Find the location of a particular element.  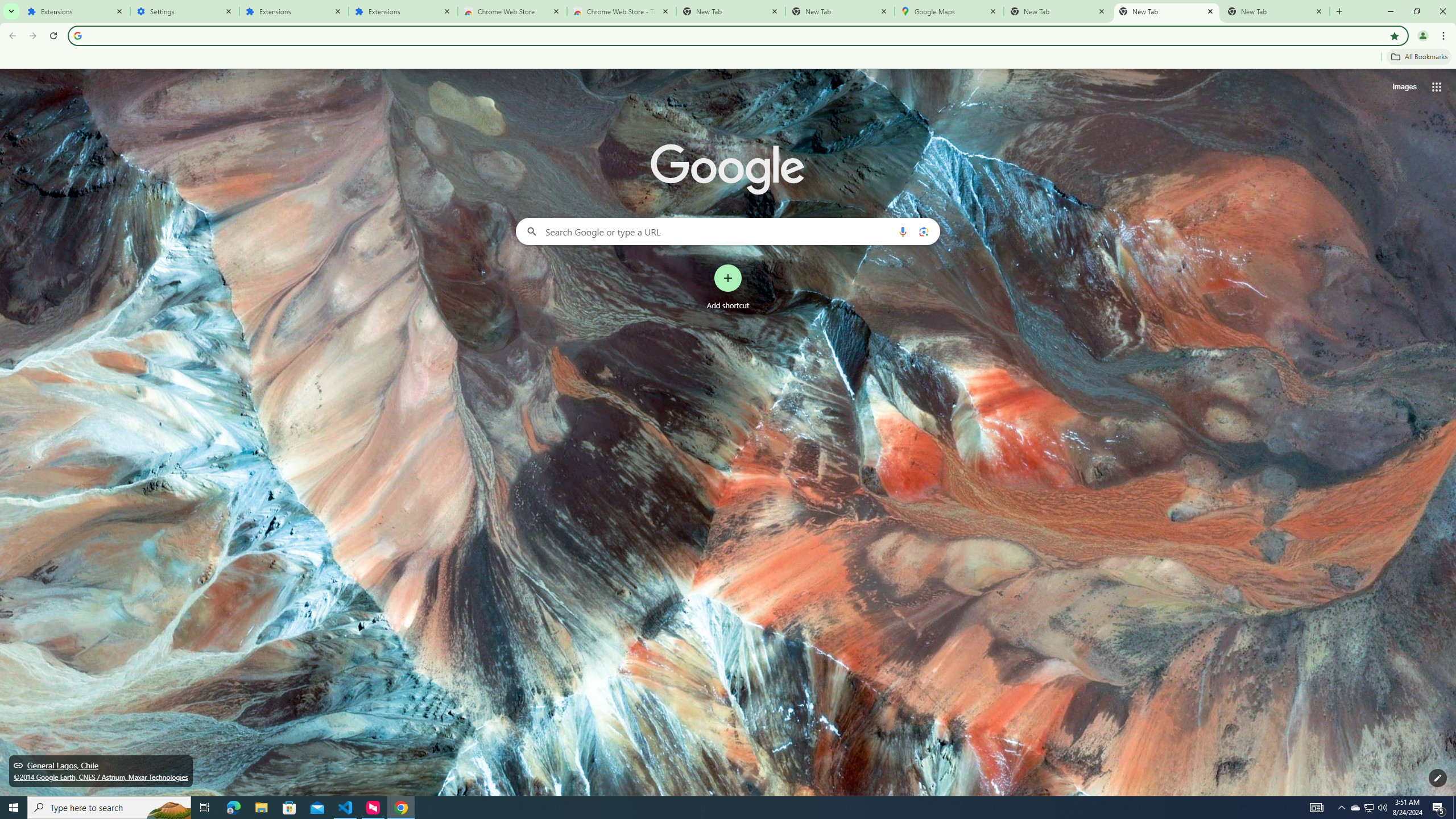

'Settings' is located at coordinates (185, 11).